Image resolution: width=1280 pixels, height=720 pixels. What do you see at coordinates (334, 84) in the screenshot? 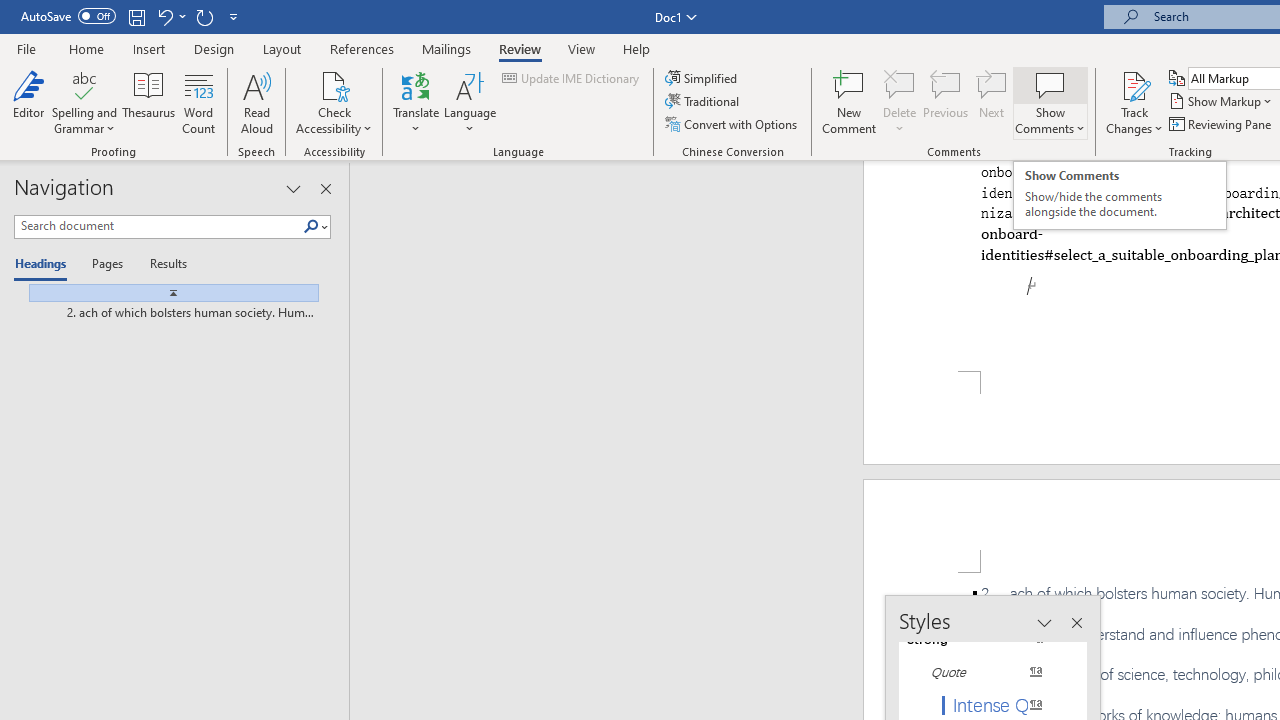
I see `'Check Accessibility'` at bounding box center [334, 84].